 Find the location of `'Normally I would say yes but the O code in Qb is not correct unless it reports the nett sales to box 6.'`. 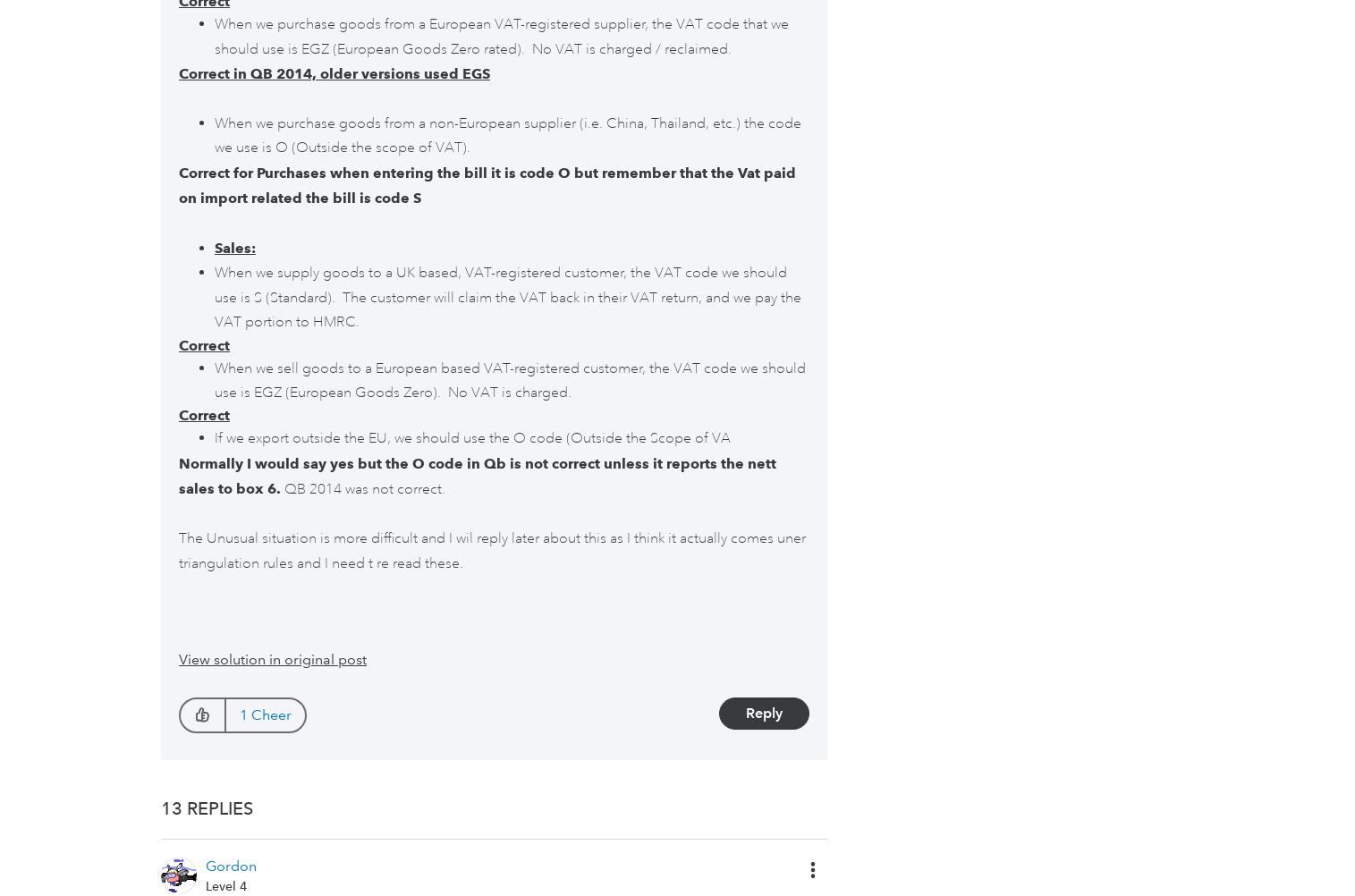

'Normally I would say yes but the O code in Qb is not correct unless it reports the nett sales to box 6.' is located at coordinates (477, 475).